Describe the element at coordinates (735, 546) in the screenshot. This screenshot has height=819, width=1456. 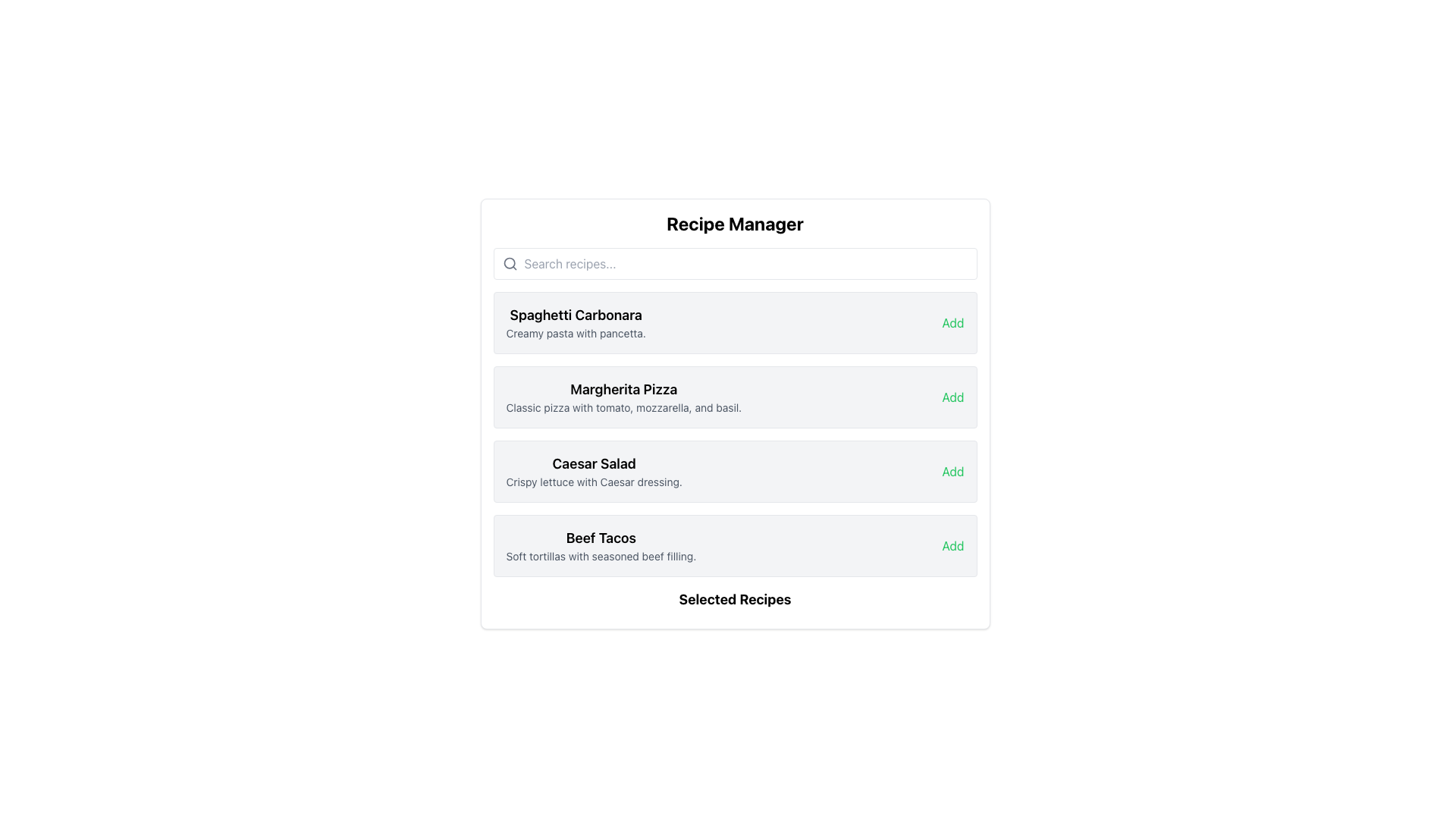
I see `the 'Beef Tacos' information-display and action button component to read its description` at that location.